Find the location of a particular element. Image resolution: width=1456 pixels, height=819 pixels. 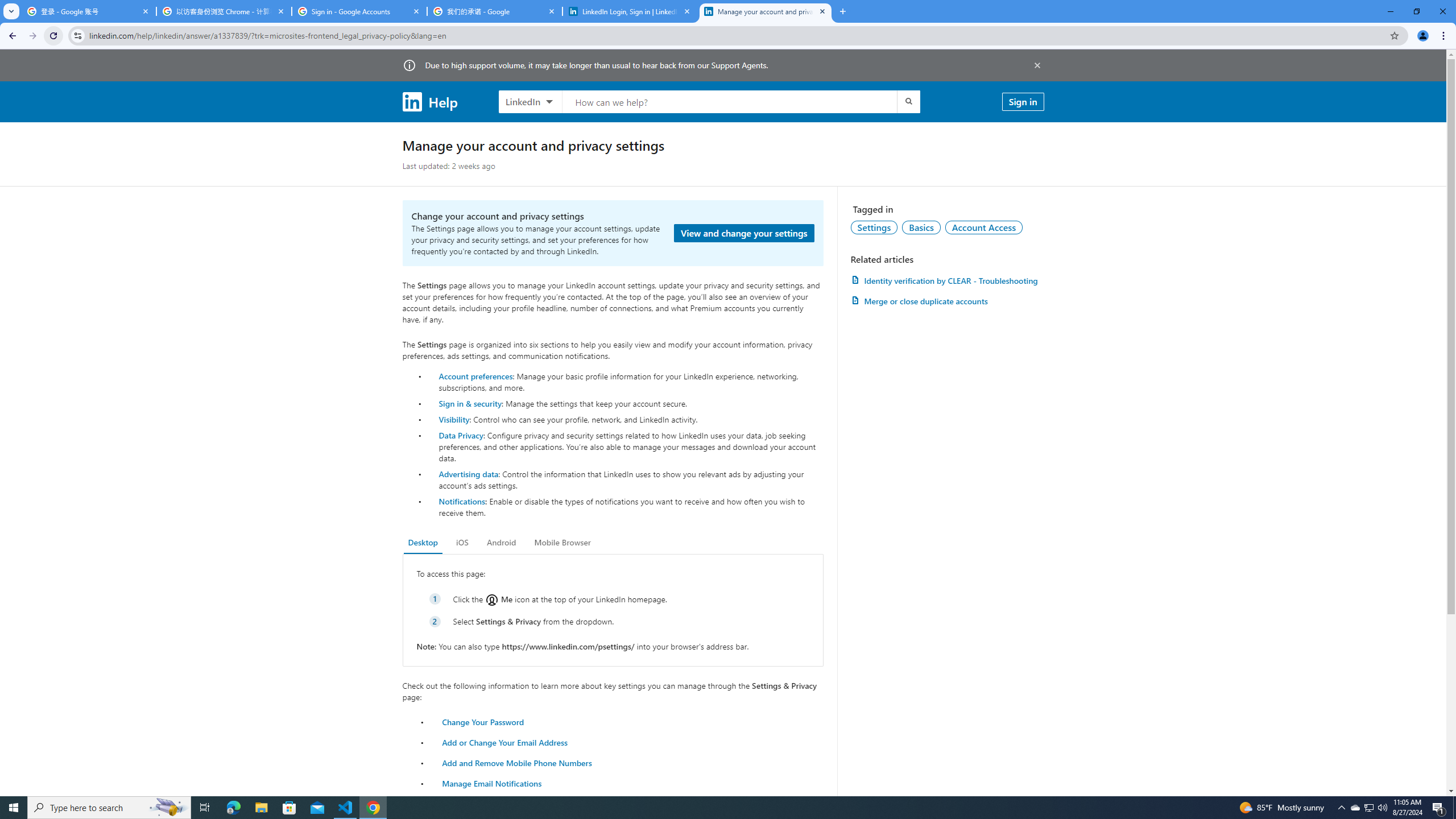

'View and change your settings' is located at coordinates (744, 233).